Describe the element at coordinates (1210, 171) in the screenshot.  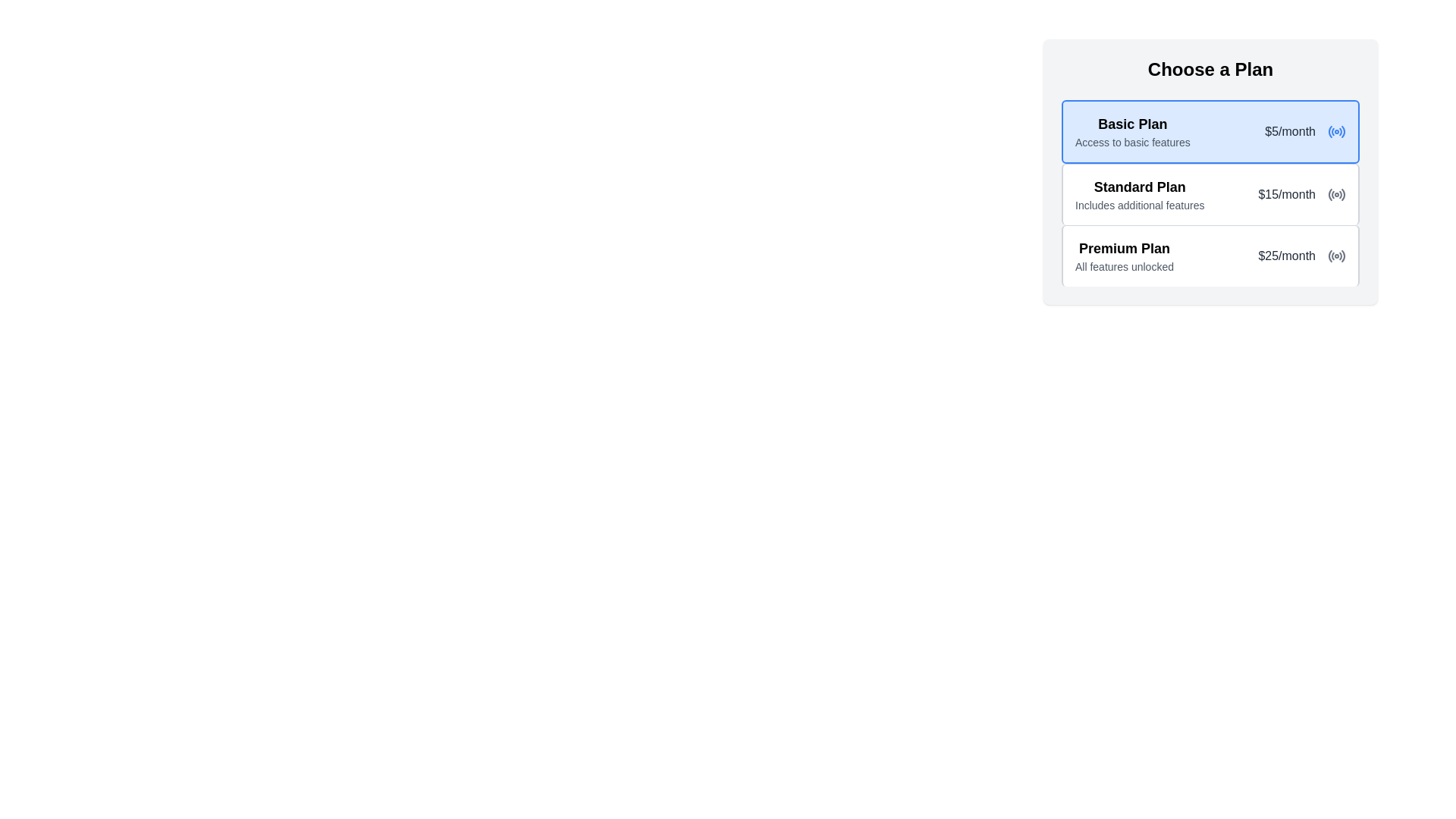
I see `the 'Standard Plan' option in the selectable list item` at that location.